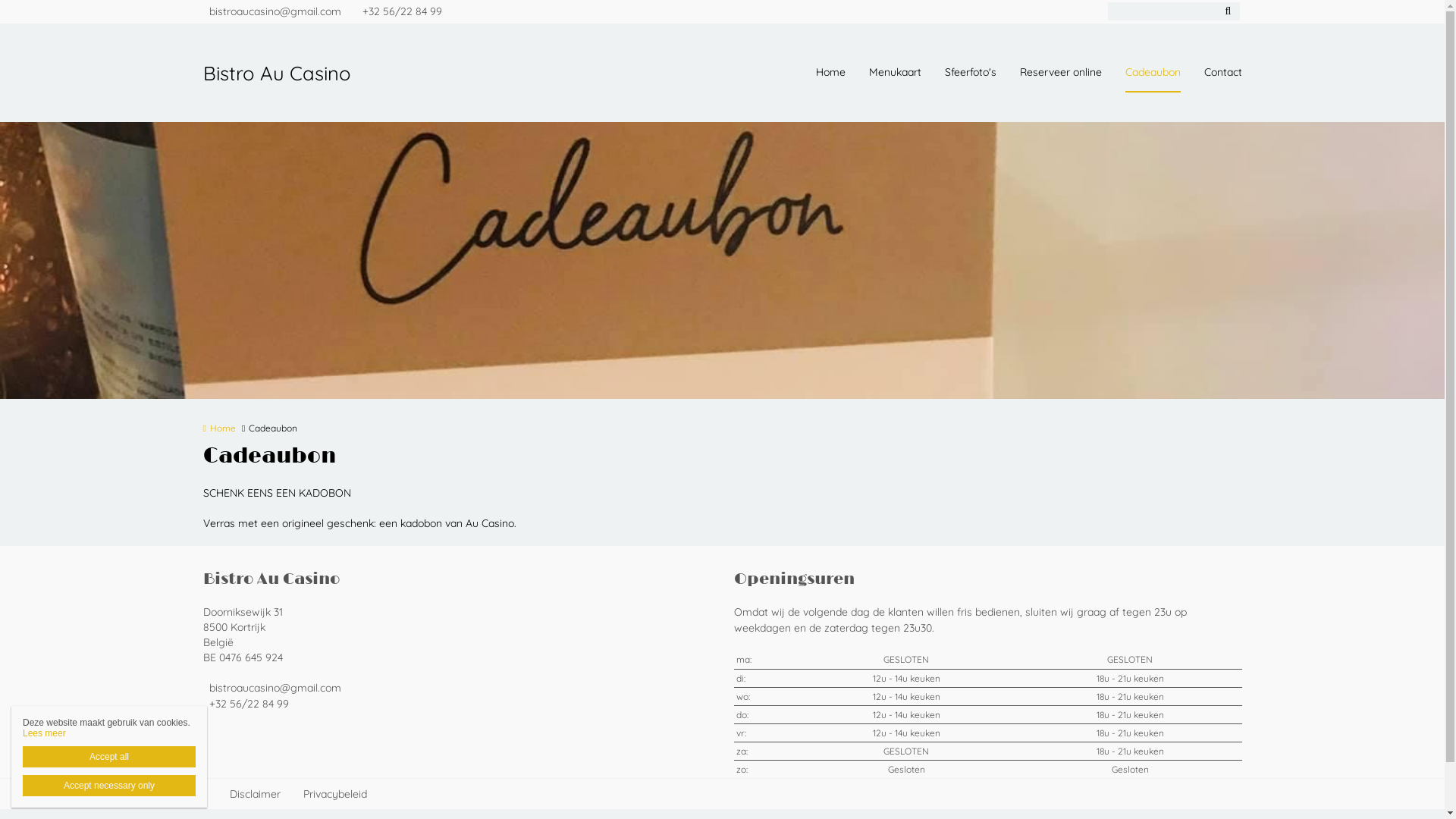 Image resolution: width=1456 pixels, height=819 pixels. I want to click on 'Accept necessary only', so click(108, 785).